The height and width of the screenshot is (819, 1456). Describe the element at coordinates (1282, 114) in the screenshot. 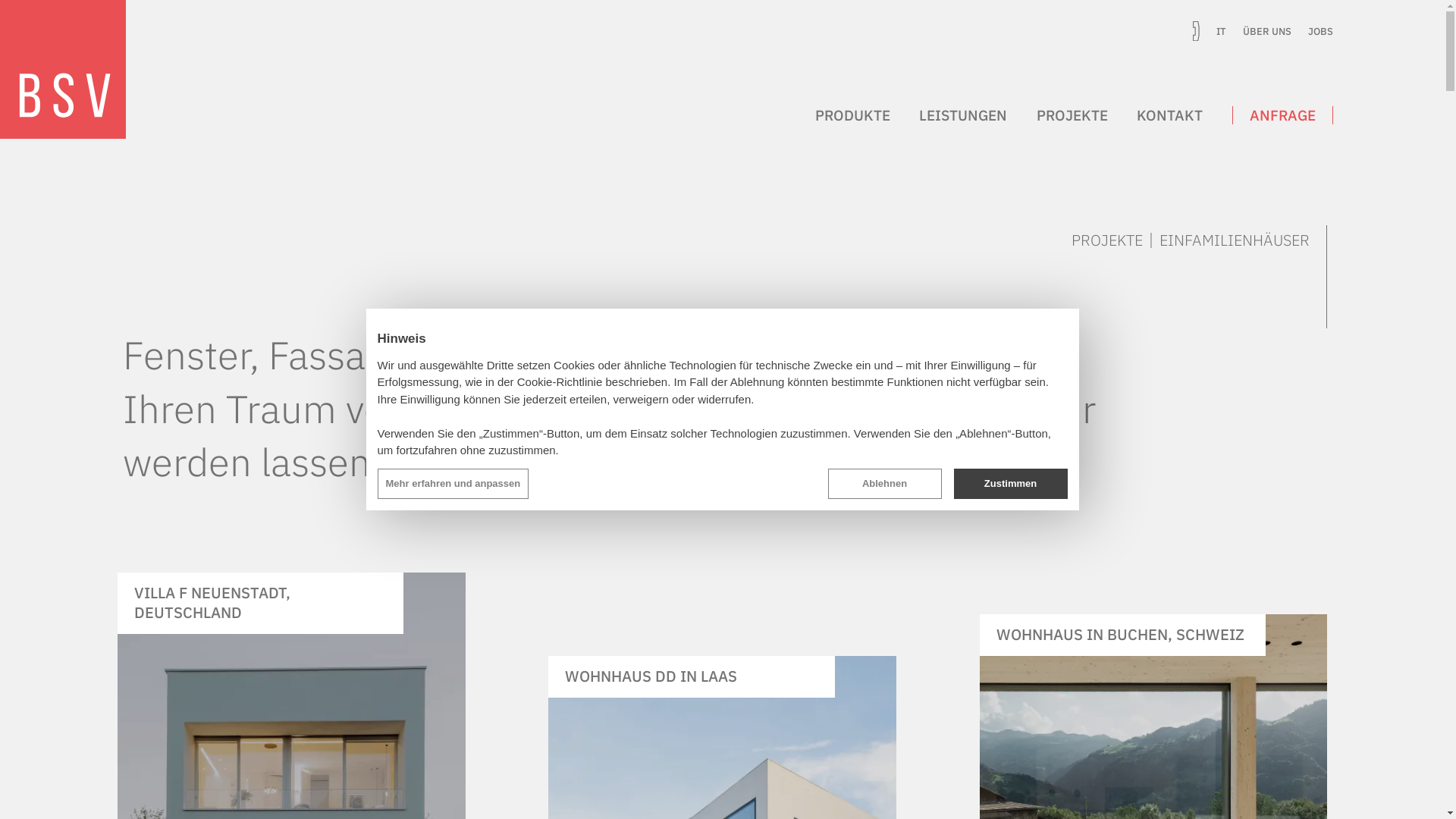

I see `'ANFRAGE'` at that location.